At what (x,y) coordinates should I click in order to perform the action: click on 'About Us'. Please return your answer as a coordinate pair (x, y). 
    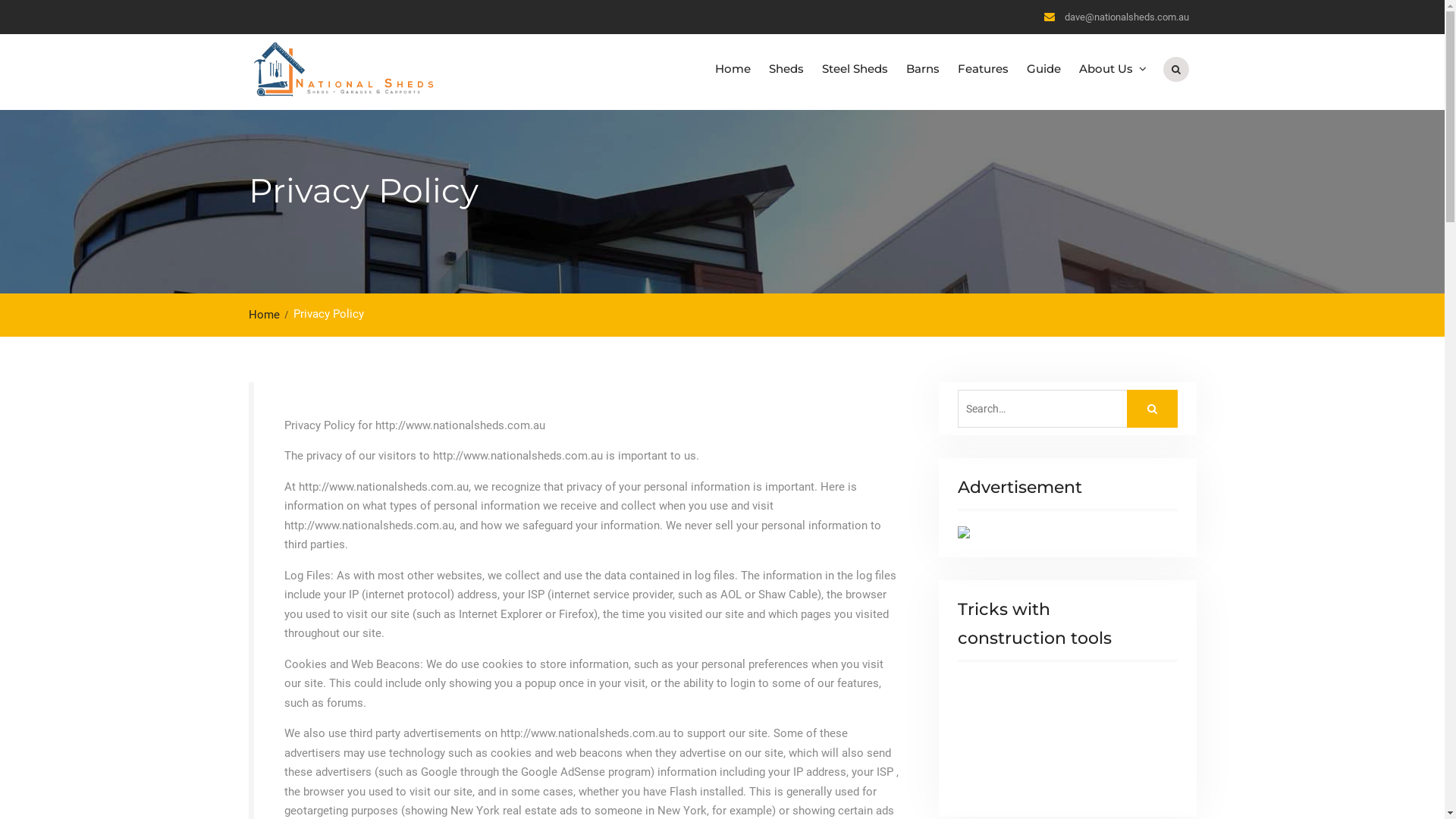
    Looking at the image, I should click on (1110, 69).